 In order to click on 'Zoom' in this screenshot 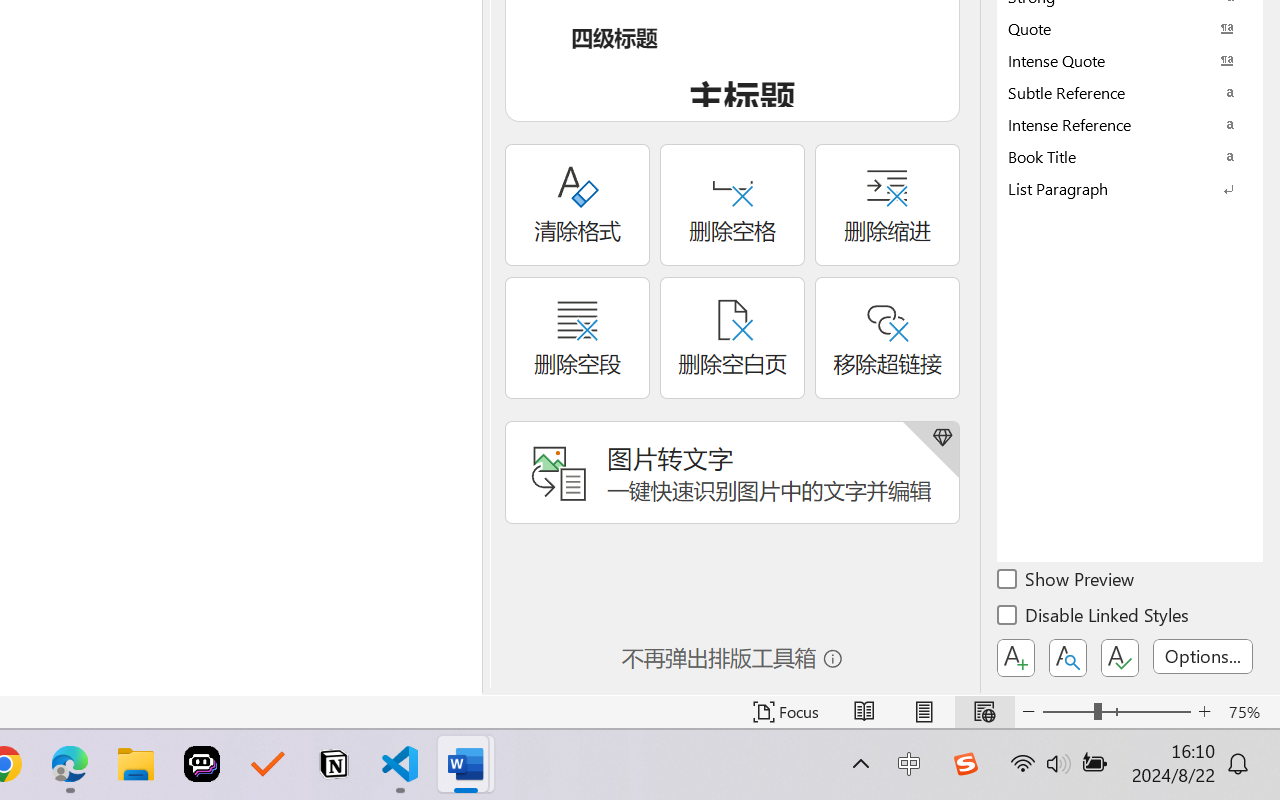, I will do `click(1115, 711)`.